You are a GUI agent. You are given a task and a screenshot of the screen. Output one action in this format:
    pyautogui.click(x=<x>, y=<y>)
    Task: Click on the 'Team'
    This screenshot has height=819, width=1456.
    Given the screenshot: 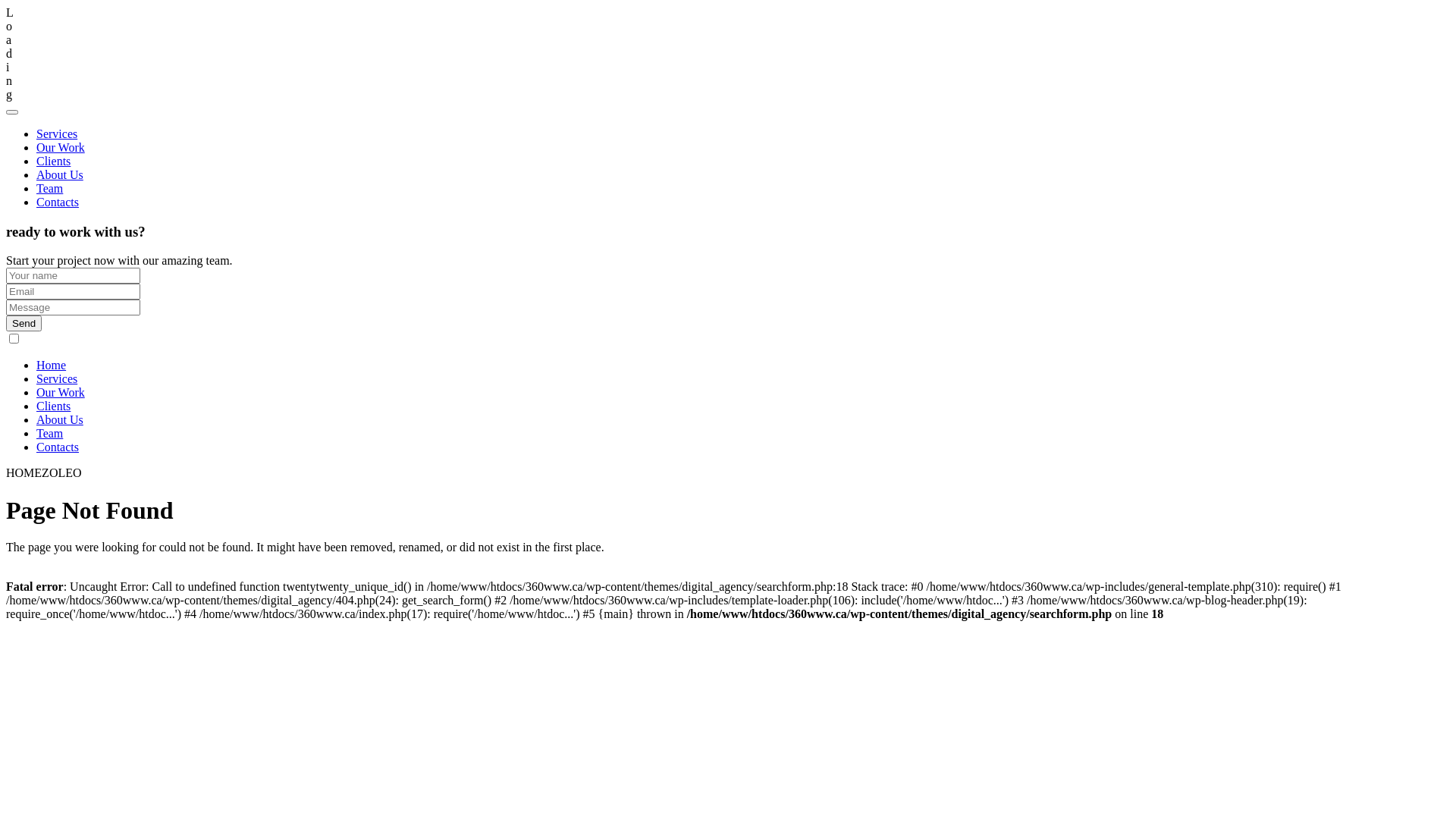 What is the action you would take?
    pyautogui.click(x=49, y=187)
    